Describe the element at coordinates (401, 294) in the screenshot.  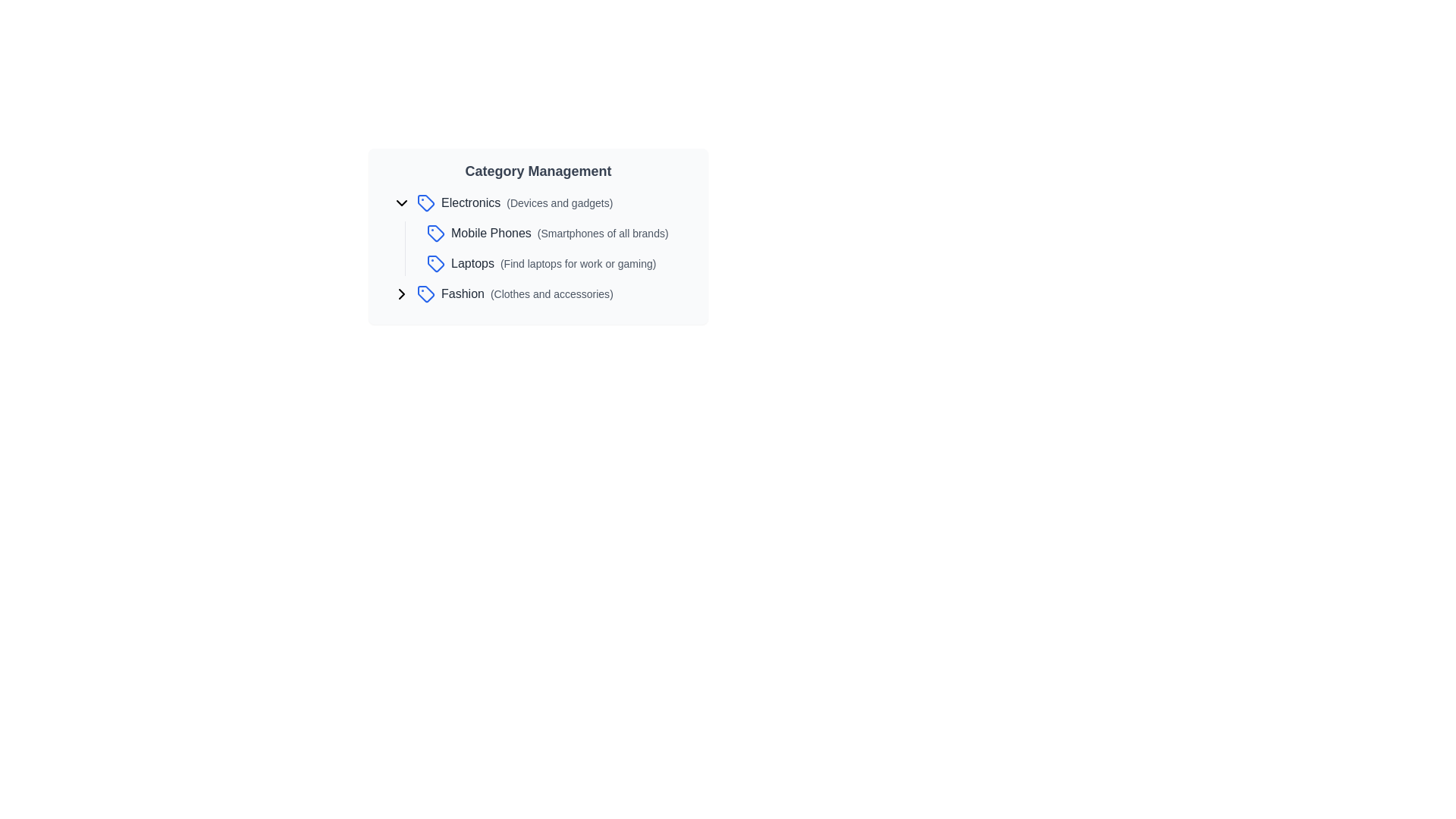
I see `the button located to the left of the 'Fashion (Clothes and accessories)' label in the 'Category Management' section` at that location.